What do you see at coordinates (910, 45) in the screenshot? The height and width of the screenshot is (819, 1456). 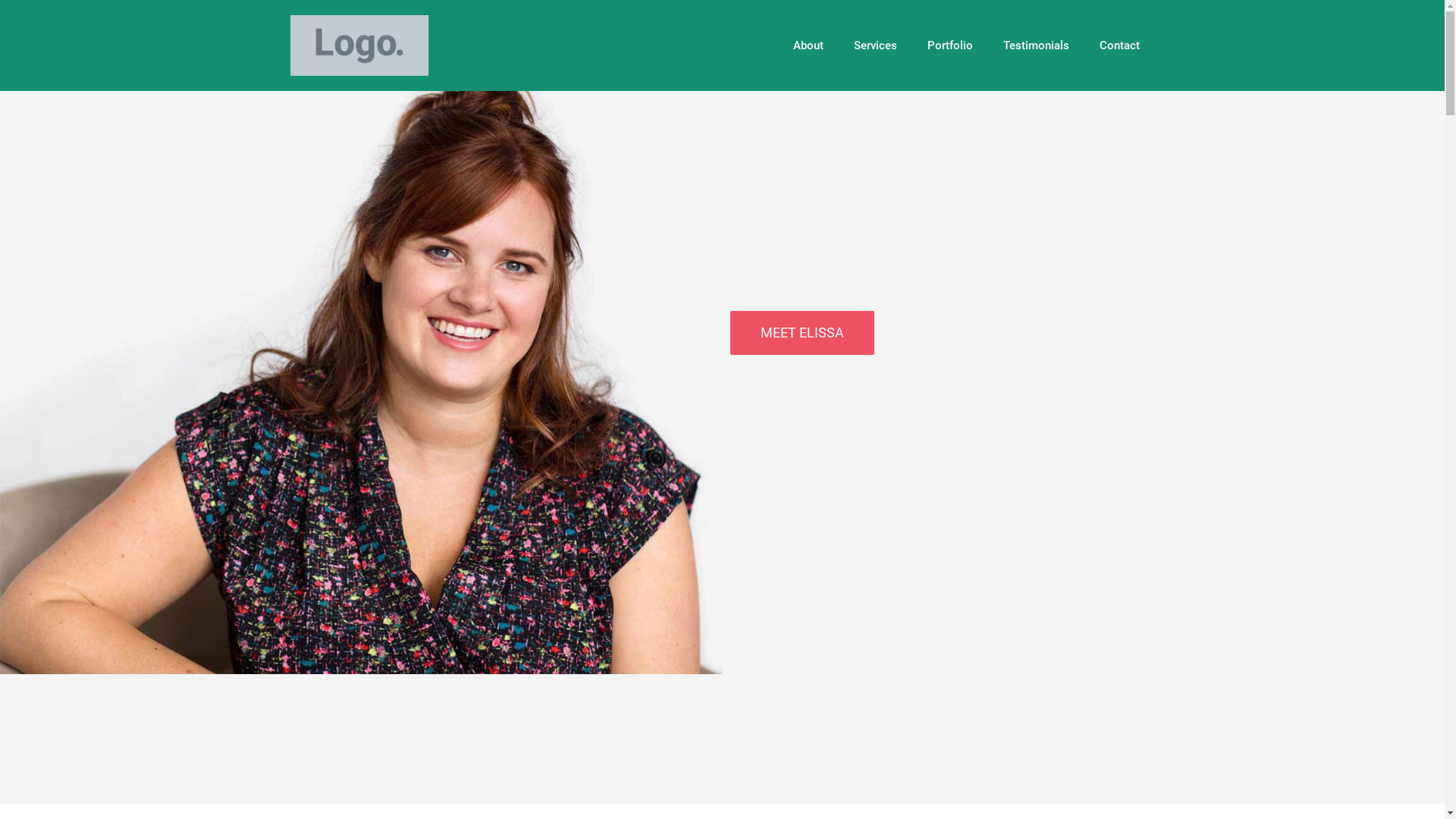 I see `'Portfolio'` at bounding box center [910, 45].